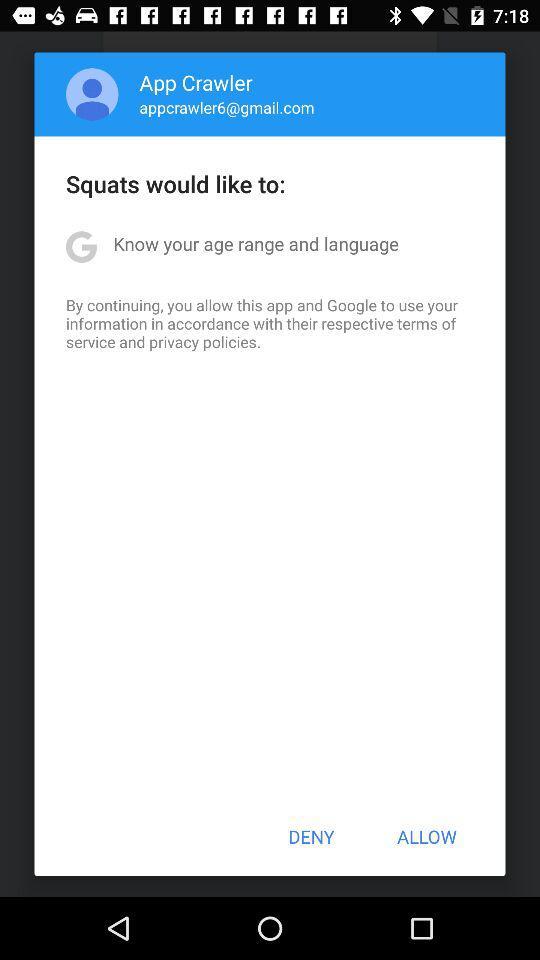 The height and width of the screenshot is (960, 540). I want to click on button next to allow button, so click(311, 836).